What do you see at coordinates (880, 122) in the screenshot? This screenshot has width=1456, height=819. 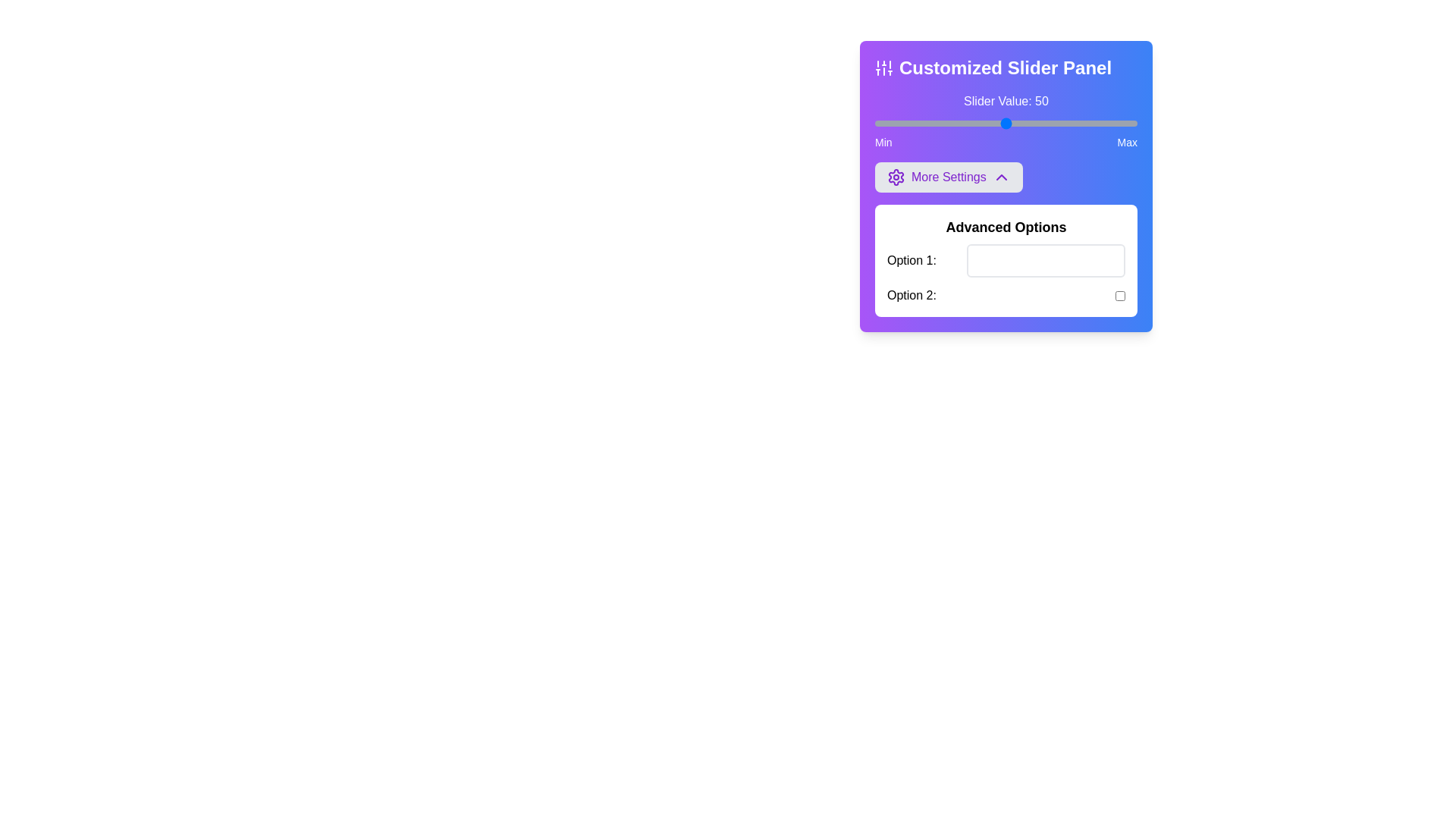 I see `the slider` at bounding box center [880, 122].